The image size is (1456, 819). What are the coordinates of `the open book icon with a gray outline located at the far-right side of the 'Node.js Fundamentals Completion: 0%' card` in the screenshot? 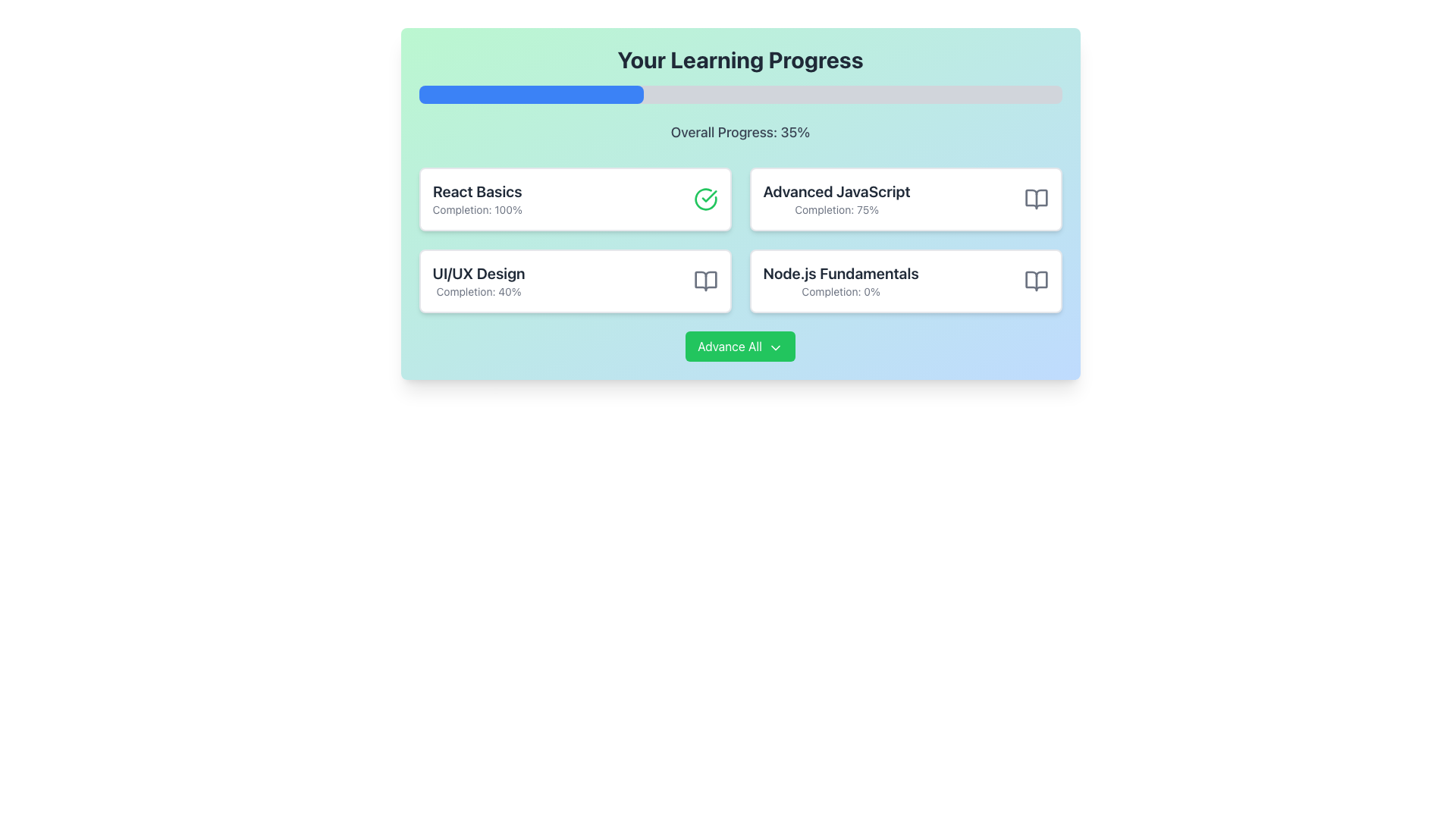 It's located at (1035, 281).